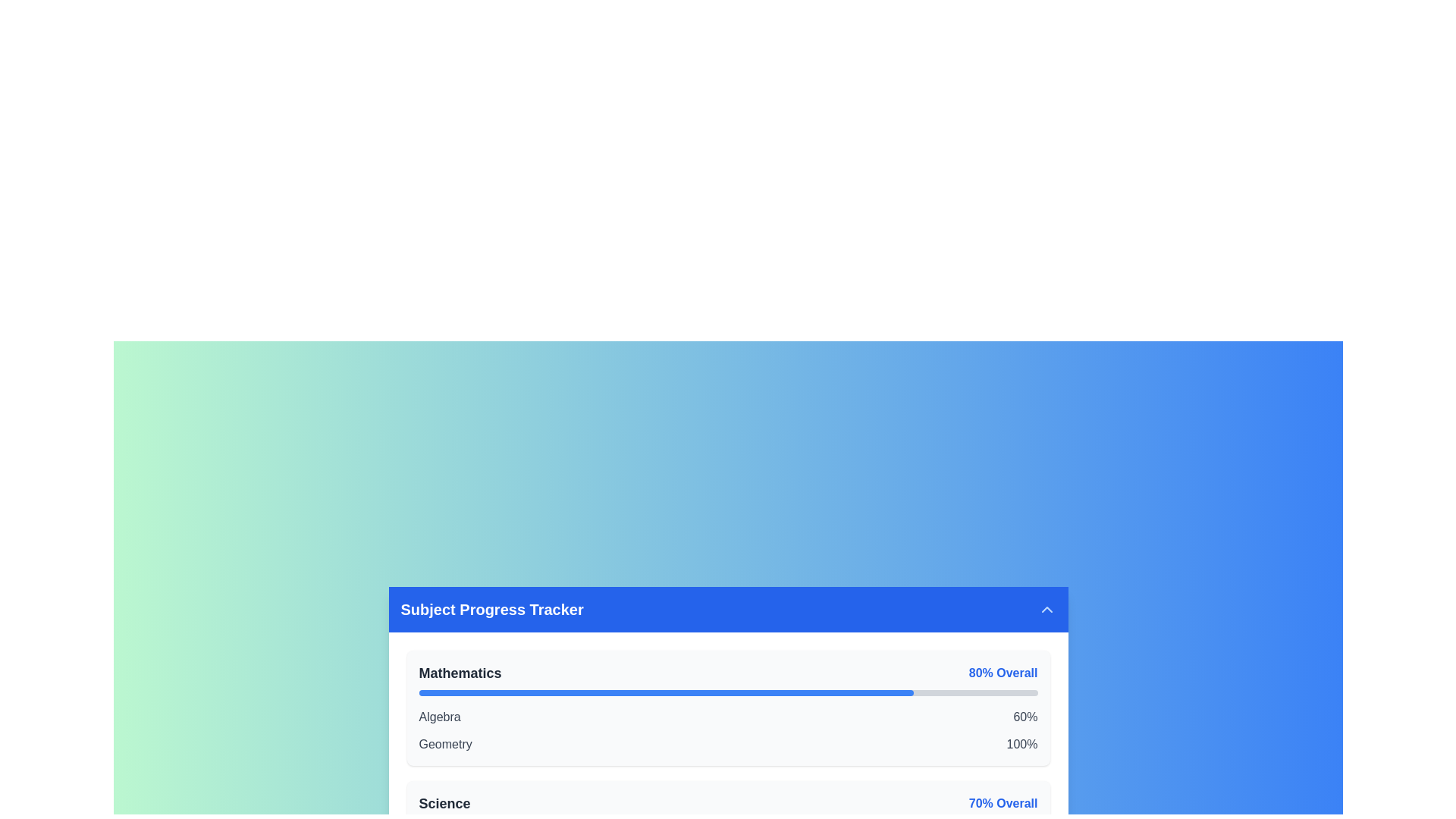  I want to click on the blue-colored progress bar within the 'Mathematics' section of the 'Subject Progress Tracker' panel, which visually indicates completion percentage, so click(666, 693).